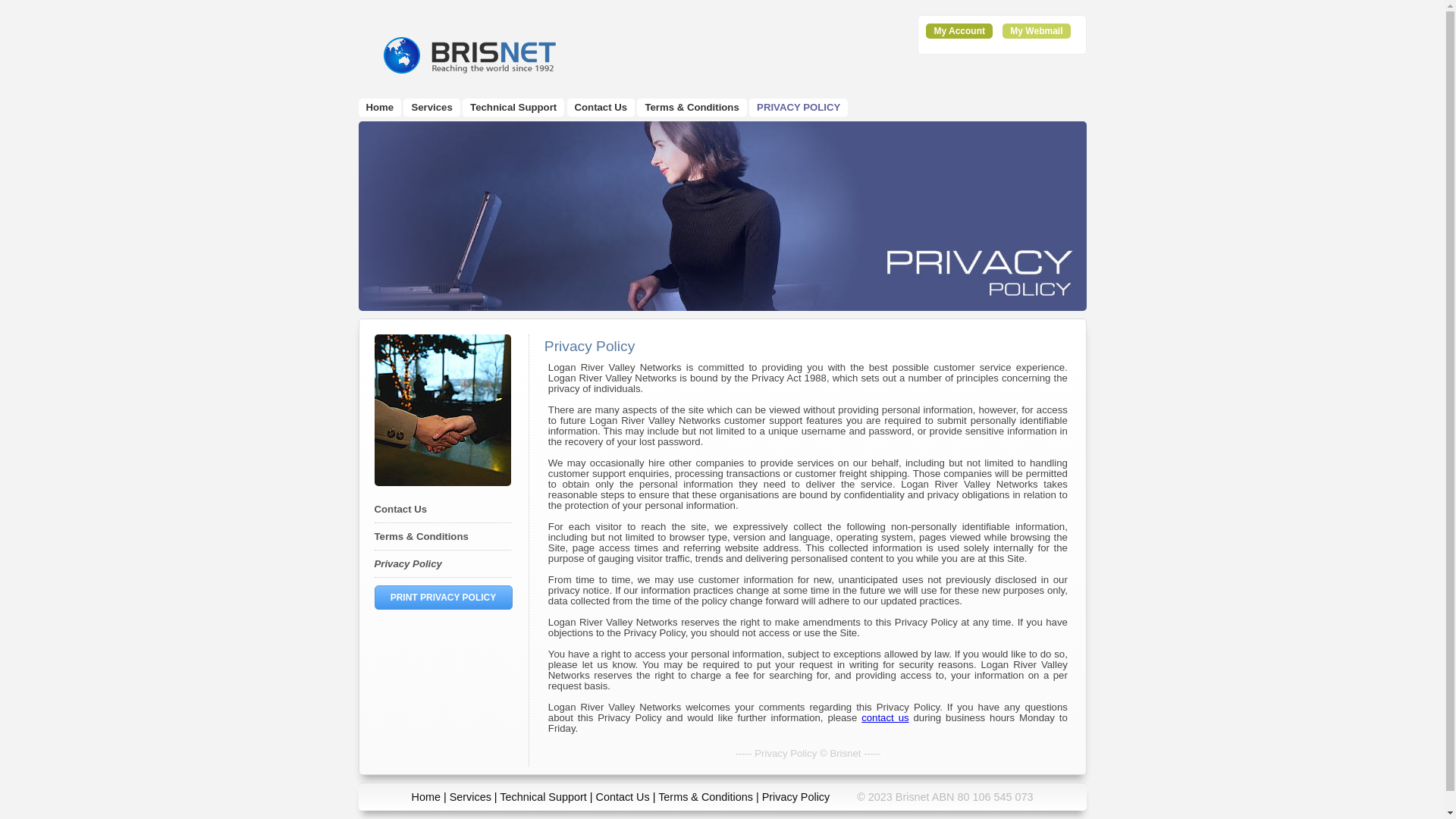 The width and height of the screenshot is (1456, 819). Describe the element at coordinates (884, 717) in the screenshot. I see `'contact us'` at that location.